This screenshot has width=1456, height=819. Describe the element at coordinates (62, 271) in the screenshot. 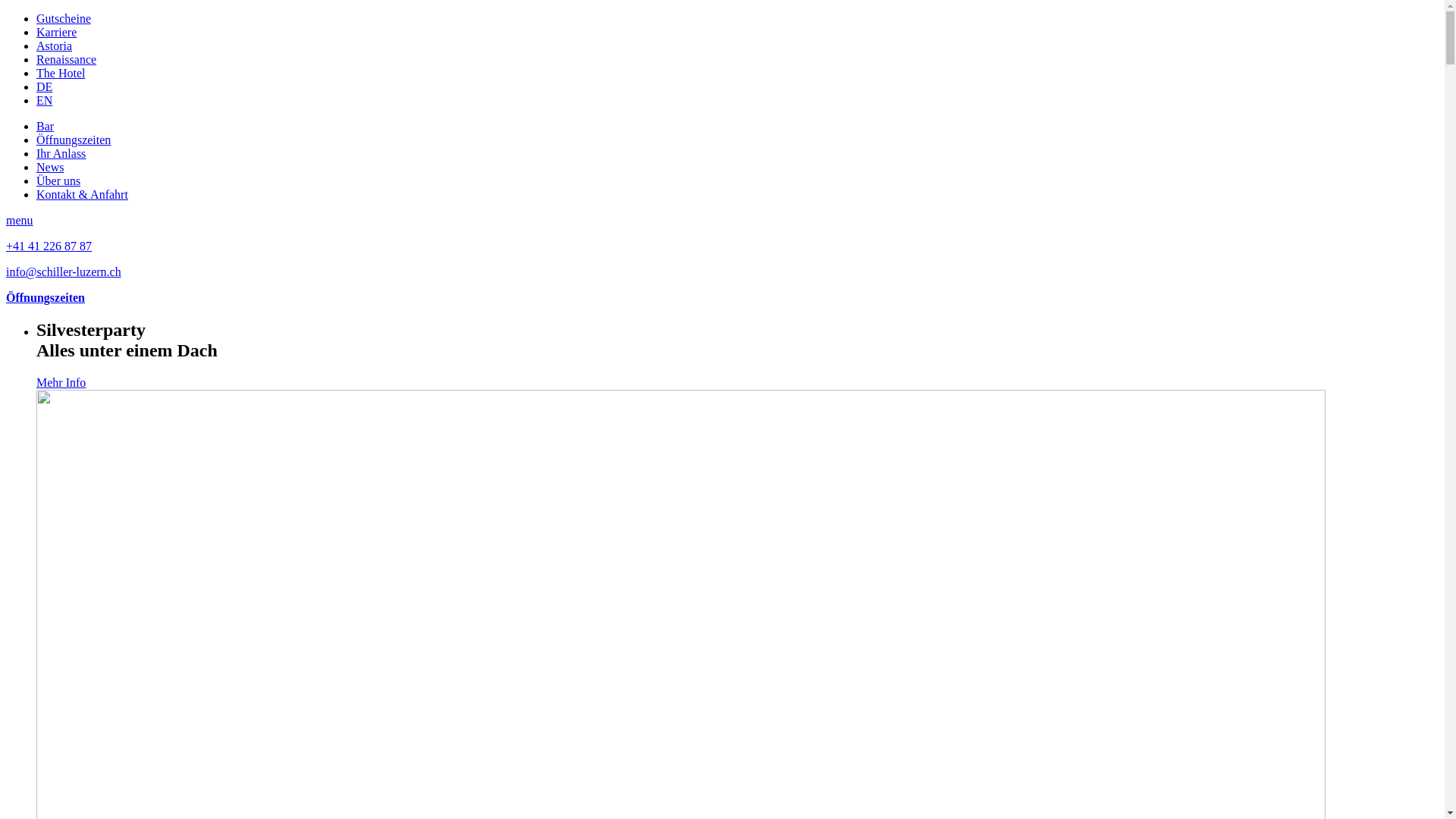

I see `'info@schiller-luzern.ch'` at that location.